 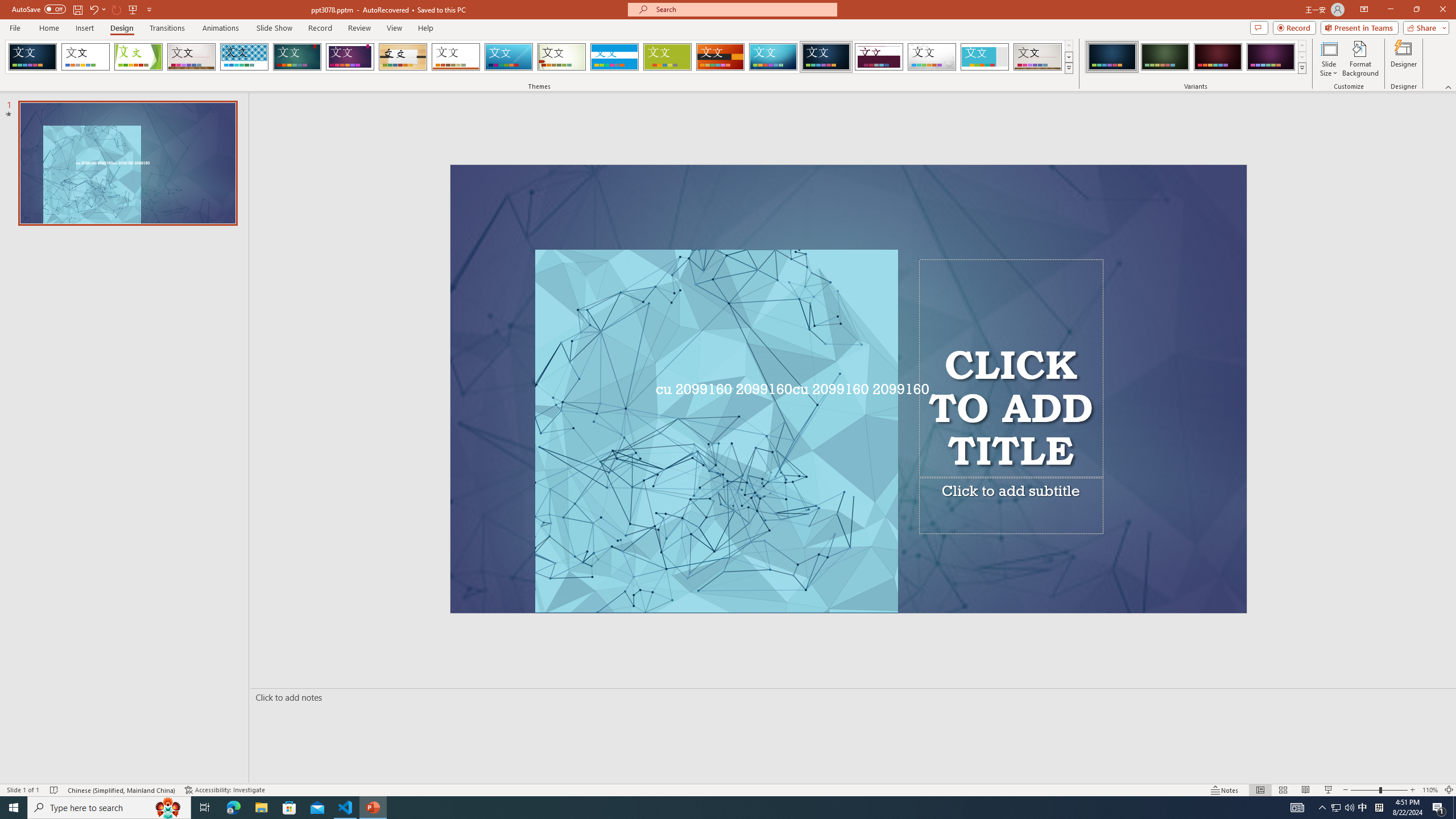 What do you see at coordinates (1270, 56) in the screenshot?
I see `'Damask Variant 4'` at bounding box center [1270, 56].